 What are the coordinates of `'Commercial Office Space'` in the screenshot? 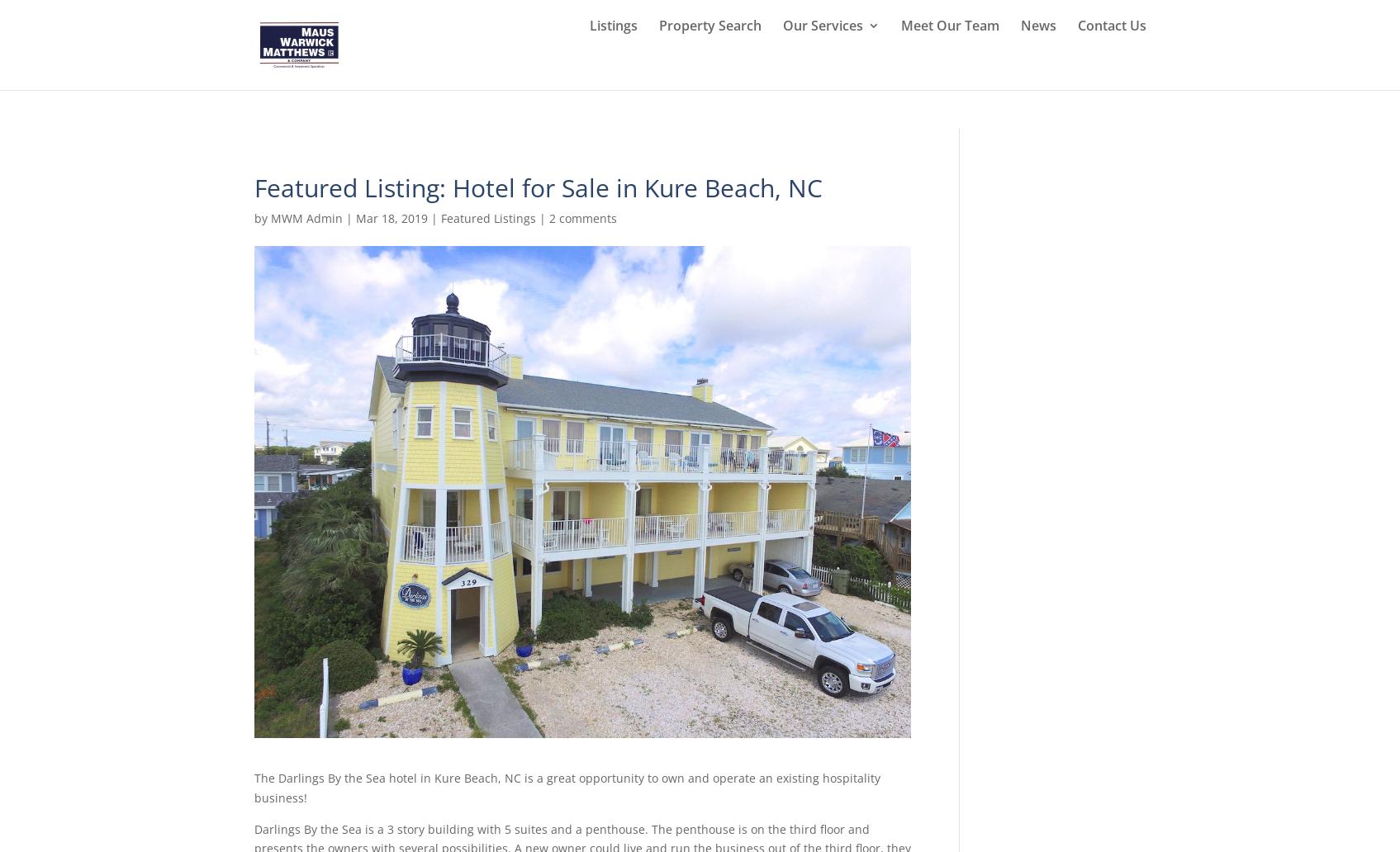 It's located at (873, 423).